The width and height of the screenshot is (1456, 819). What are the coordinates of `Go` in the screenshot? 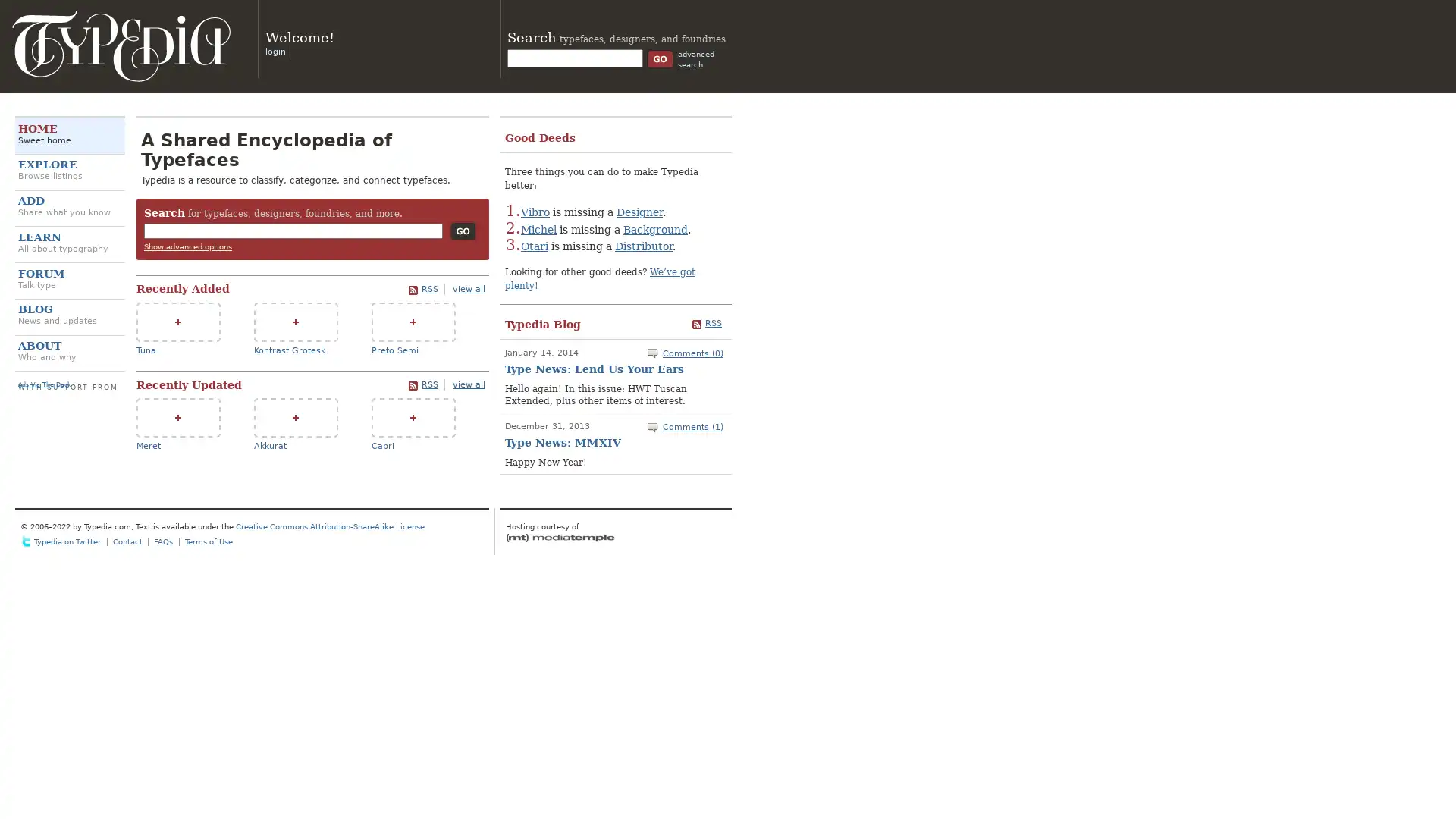 It's located at (462, 231).